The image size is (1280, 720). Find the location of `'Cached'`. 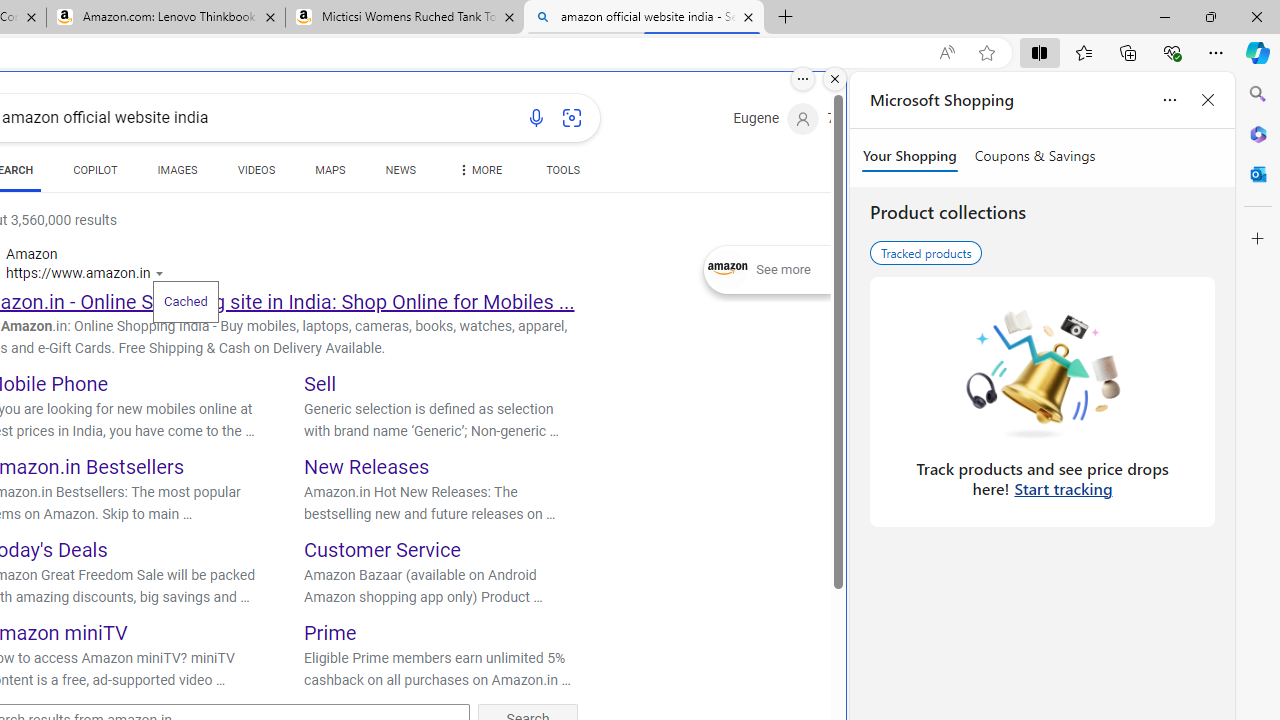

'Cached' is located at coordinates (185, 301).